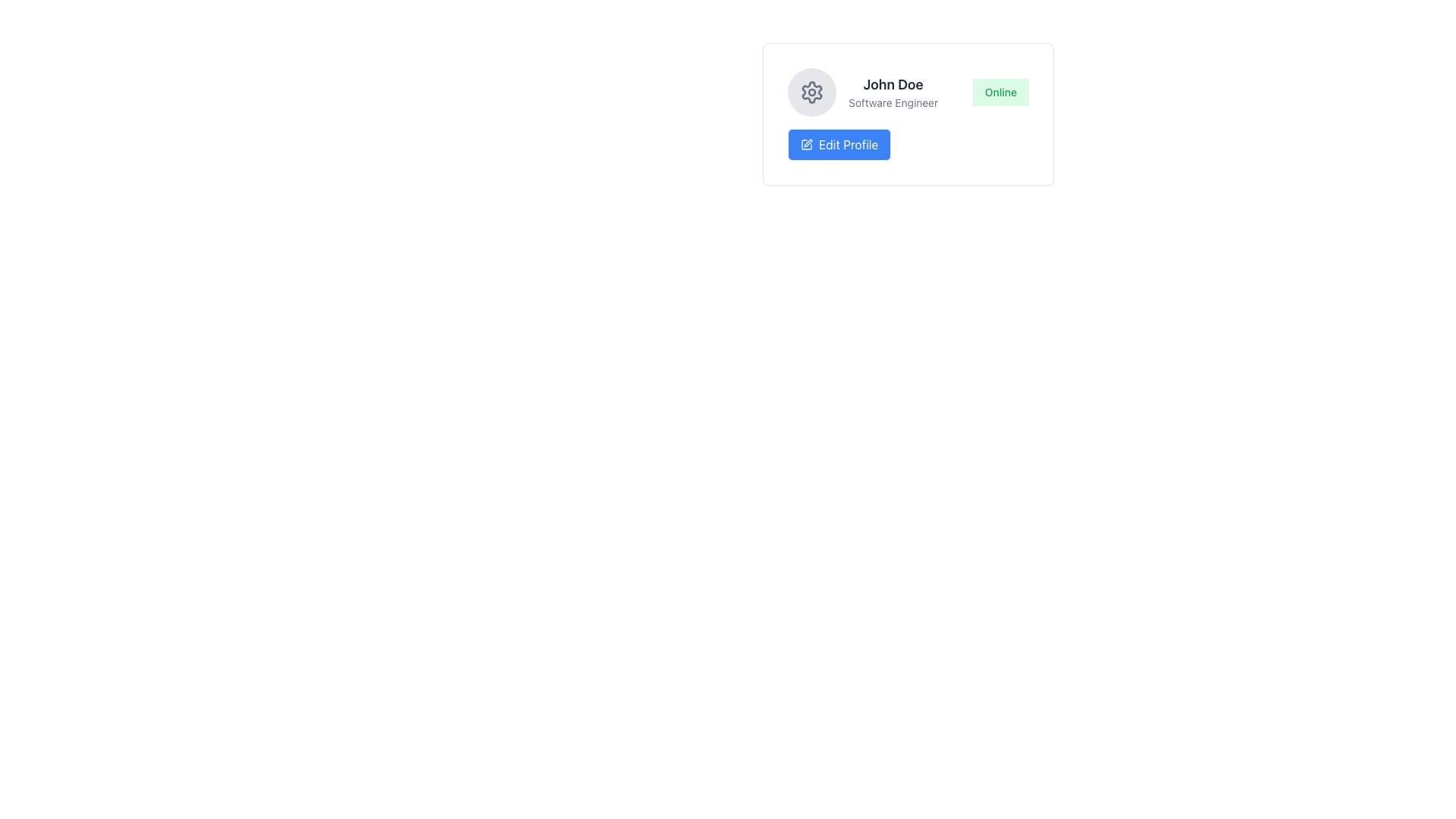  What do you see at coordinates (893, 93) in the screenshot?
I see `the text display element showing 'John Doe' in bold style, located in the top-right region of the interface card, if it is interactive` at bounding box center [893, 93].